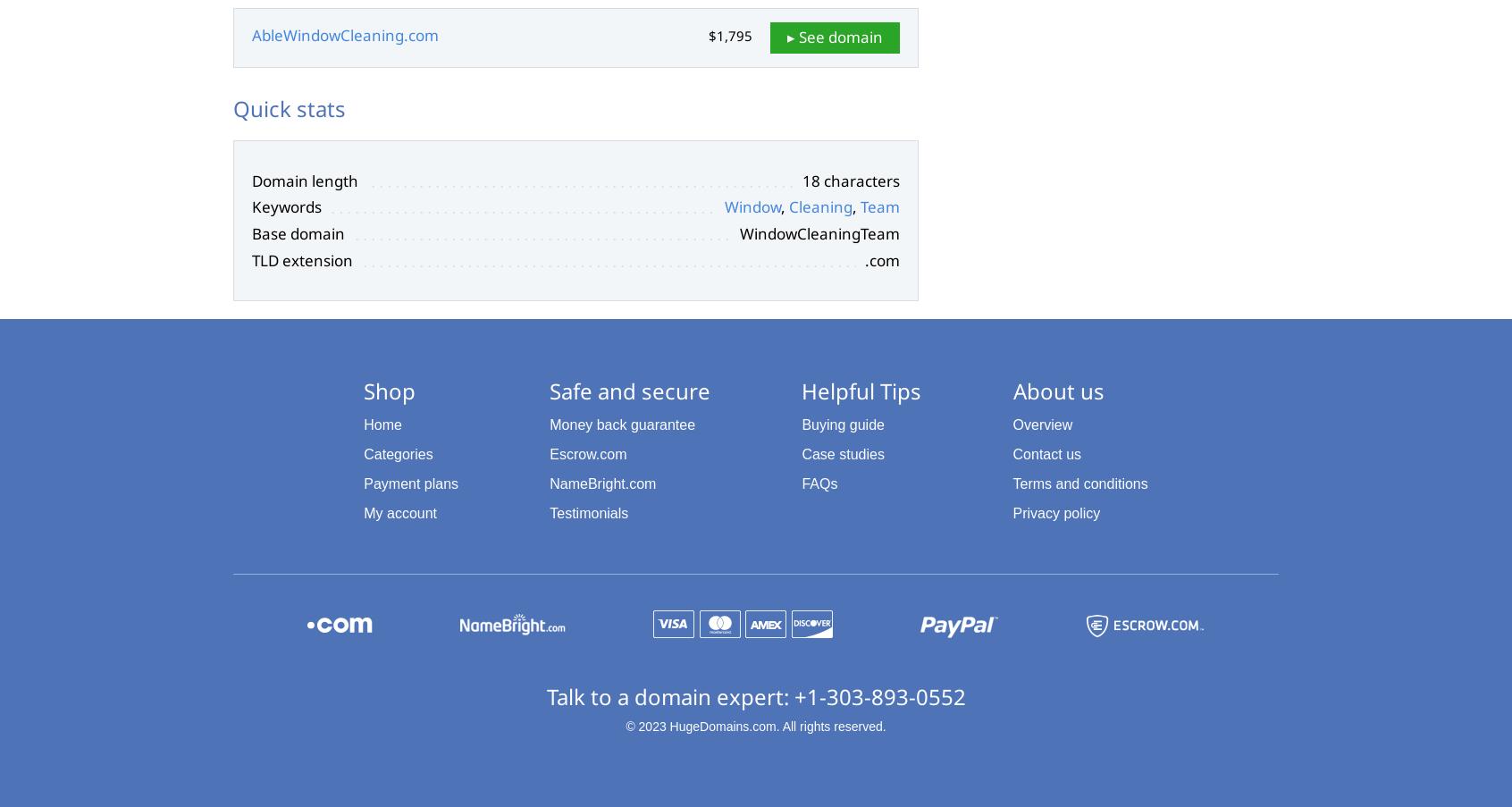  I want to click on 'AbleWindowCleaning.com', so click(345, 34).